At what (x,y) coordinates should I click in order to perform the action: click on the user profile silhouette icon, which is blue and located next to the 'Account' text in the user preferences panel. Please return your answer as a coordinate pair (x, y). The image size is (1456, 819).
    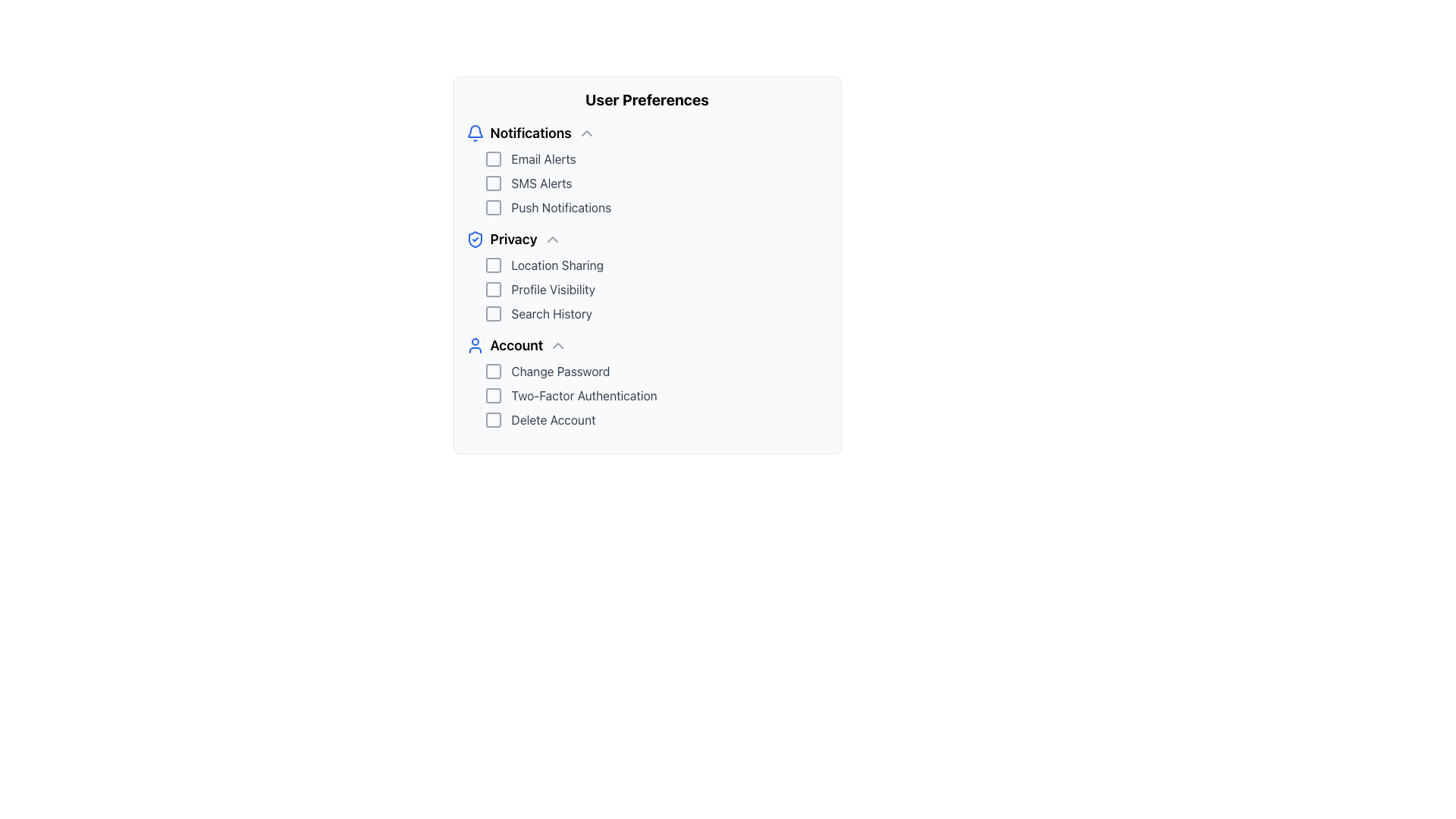
    Looking at the image, I should click on (474, 345).